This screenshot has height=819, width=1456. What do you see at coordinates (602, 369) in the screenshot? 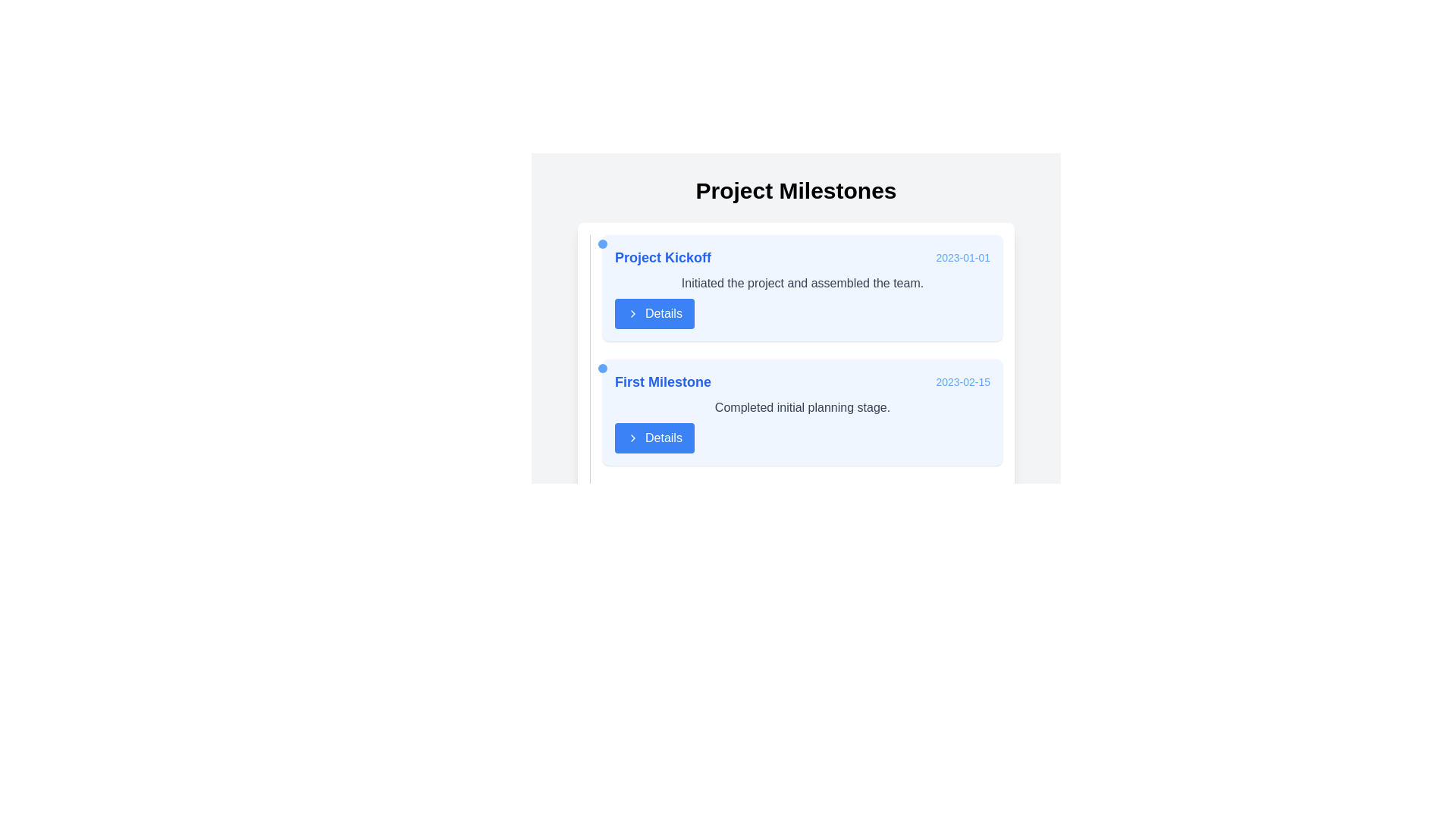
I see `the visual marker located to the left of the 'First Milestone' heading in the 'Project Milestones' section` at bounding box center [602, 369].